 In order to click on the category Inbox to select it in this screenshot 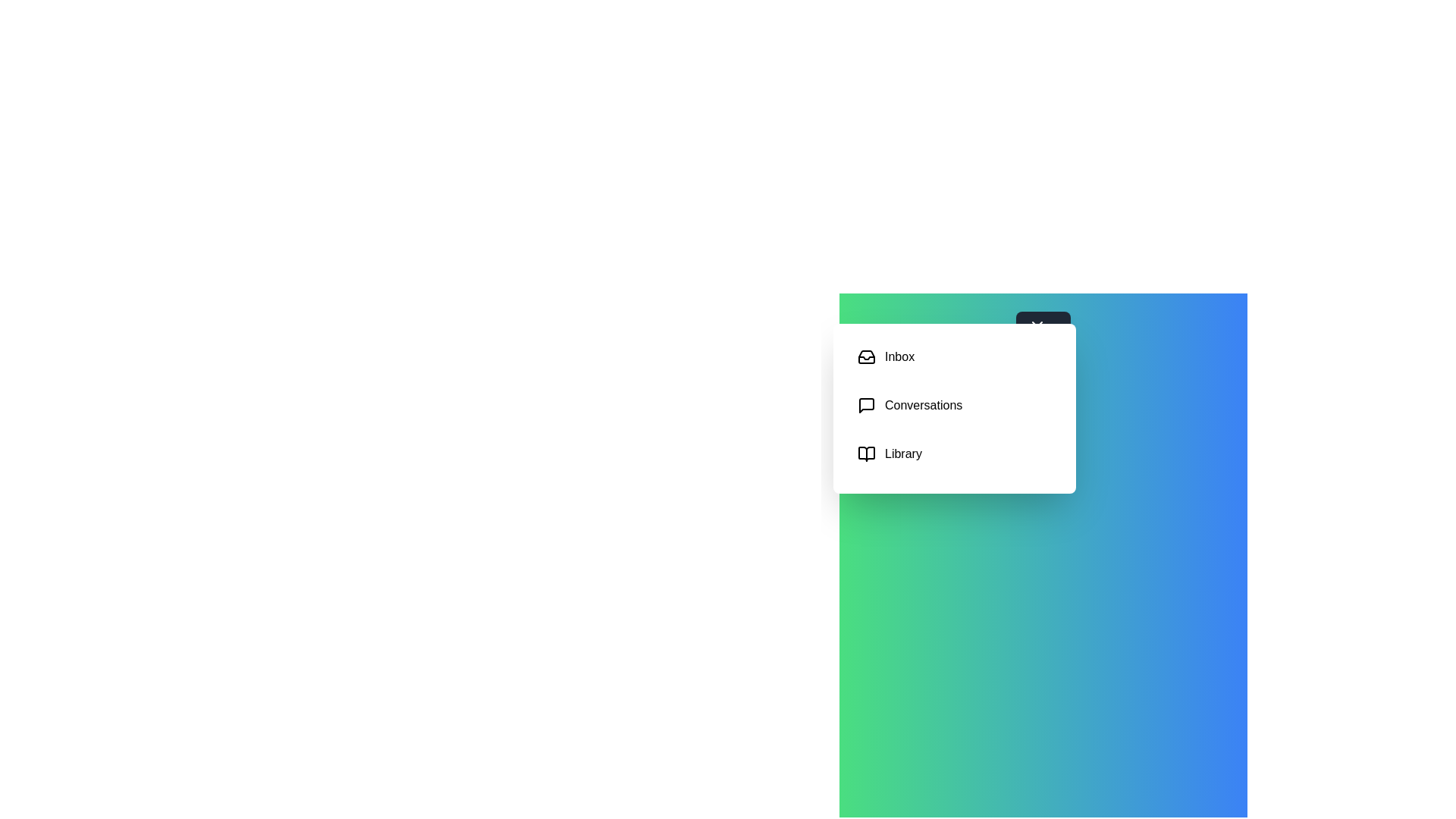, I will do `click(953, 356)`.